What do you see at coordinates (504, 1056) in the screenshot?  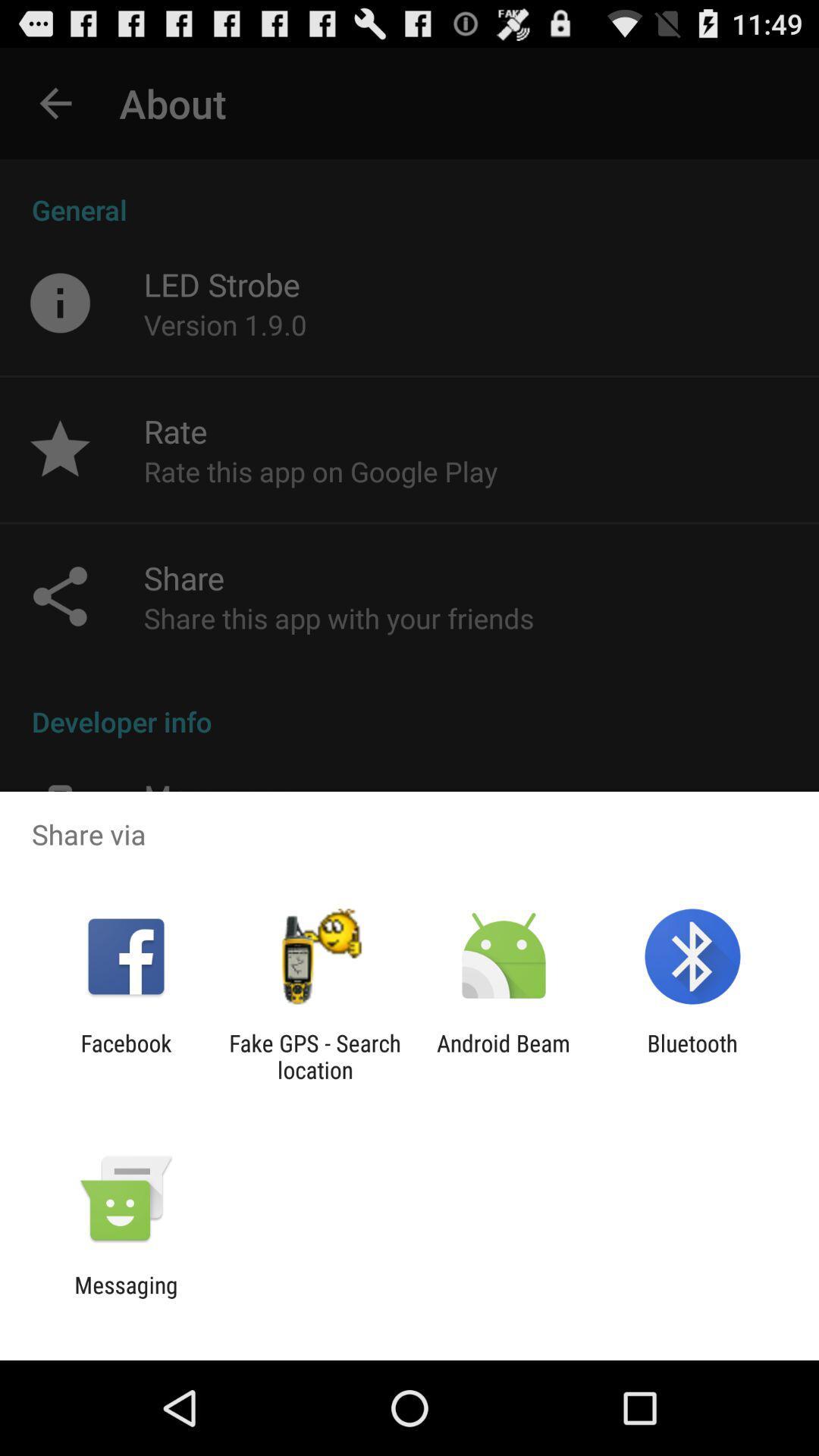 I see `the item next to the bluetooth app` at bounding box center [504, 1056].